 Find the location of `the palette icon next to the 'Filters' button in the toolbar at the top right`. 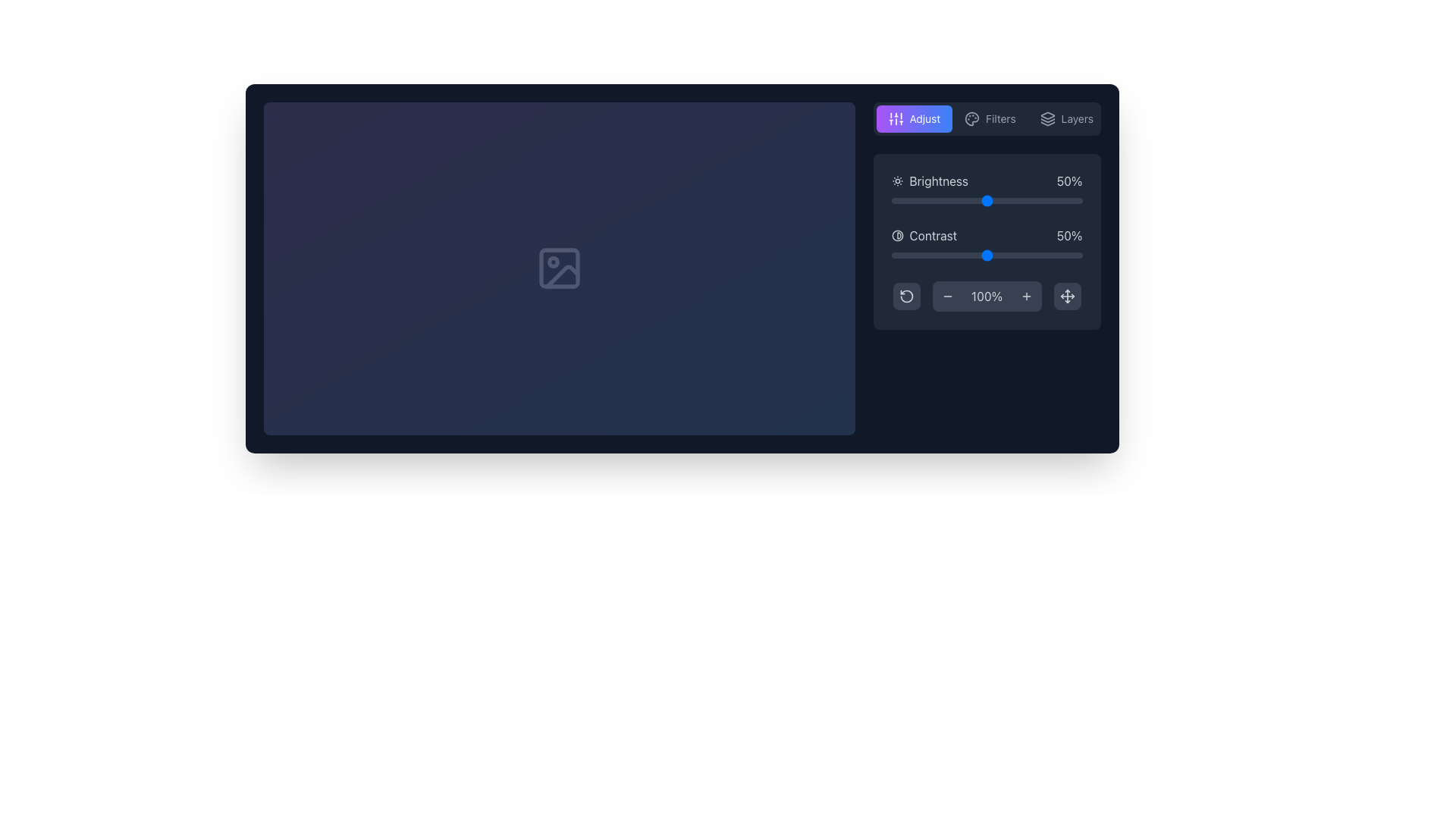

the palette icon next to the 'Filters' button in the toolbar at the top right is located at coordinates (972, 118).